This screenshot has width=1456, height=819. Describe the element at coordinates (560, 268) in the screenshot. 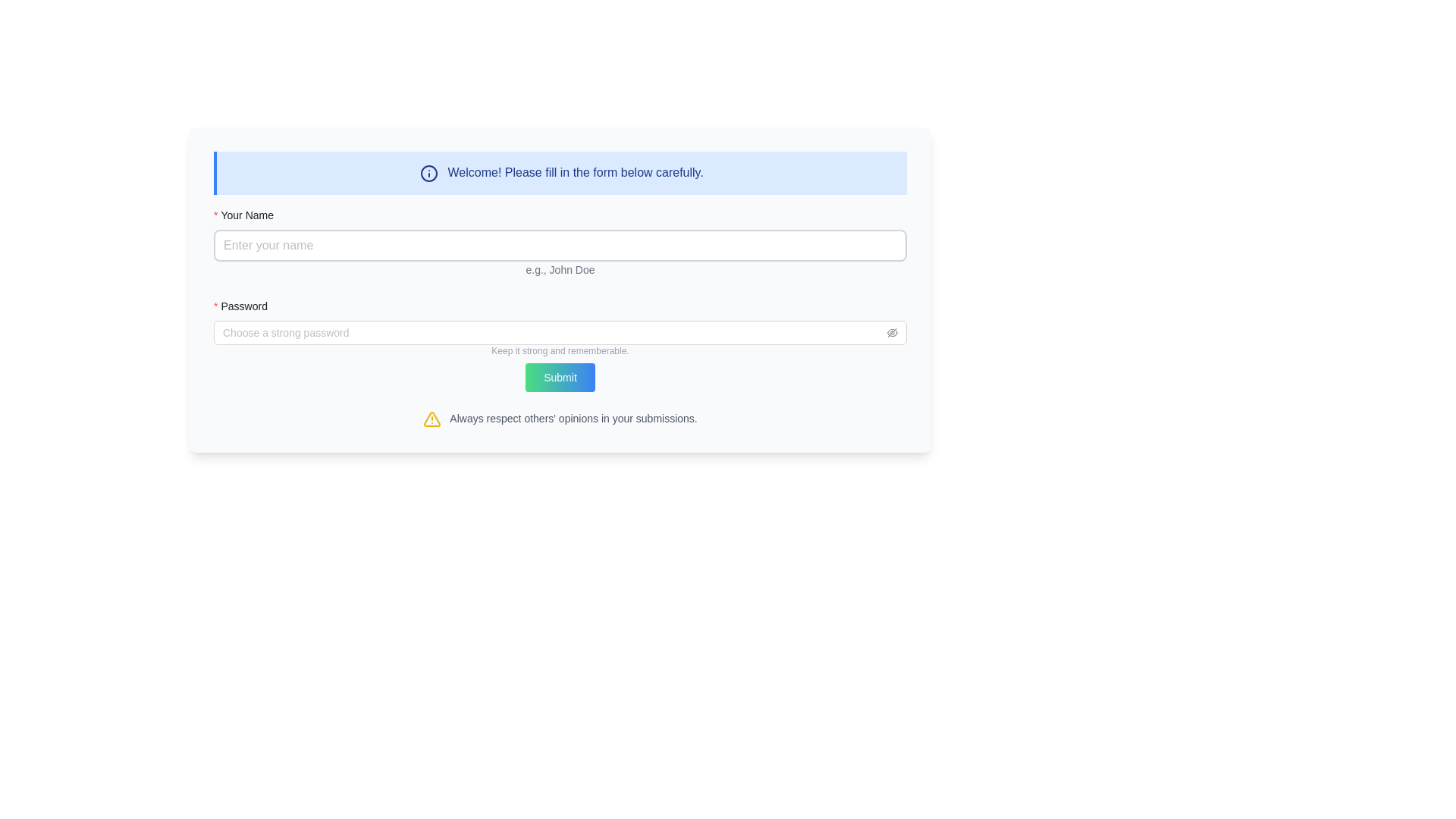

I see `the placeholder text 'e.g., John Doe' located directly below the input field labeled 'Your Name', which is styled with a subtle gray font` at that location.